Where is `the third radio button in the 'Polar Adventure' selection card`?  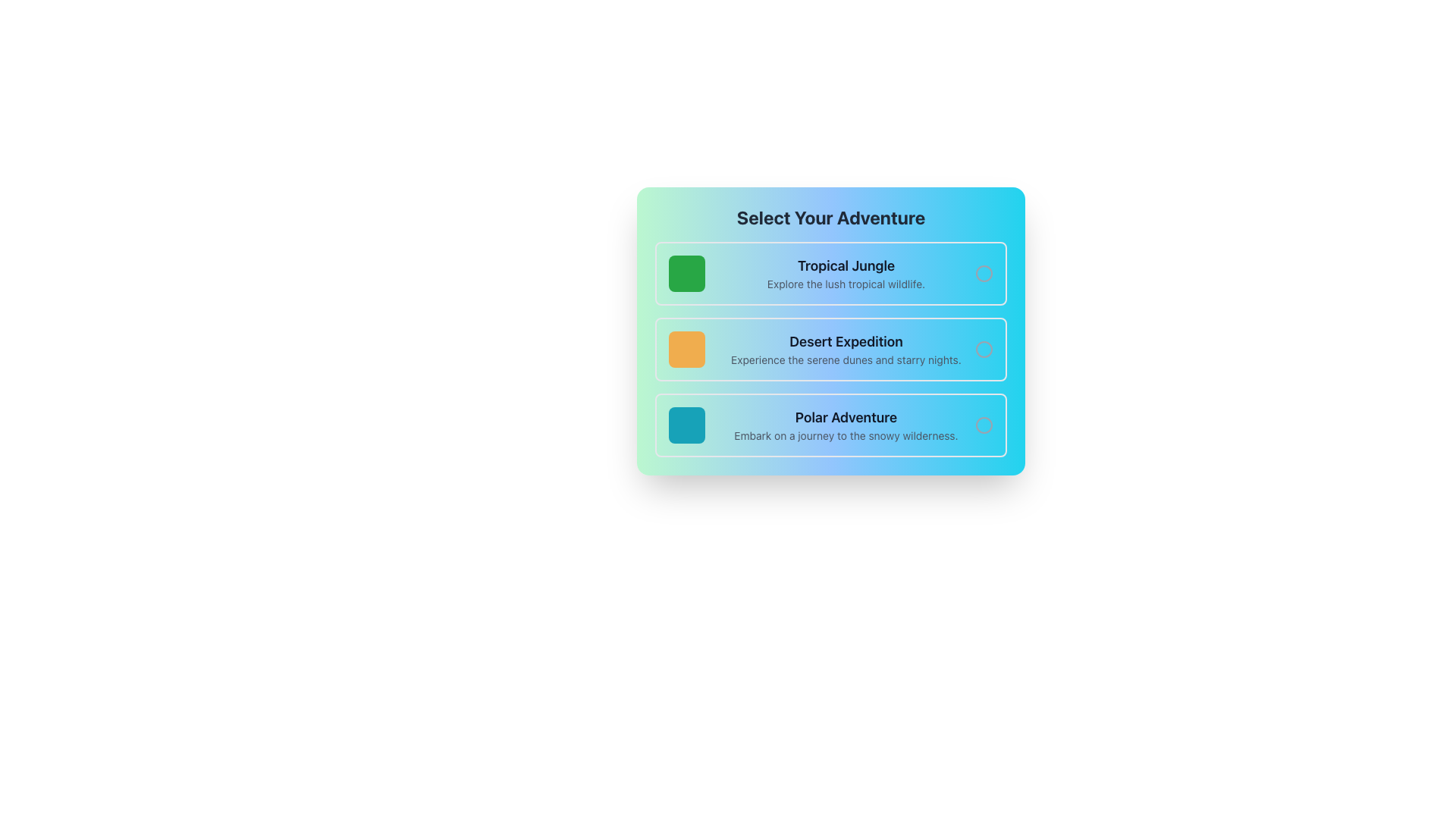 the third radio button in the 'Polar Adventure' selection card is located at coordinates (984, 425).